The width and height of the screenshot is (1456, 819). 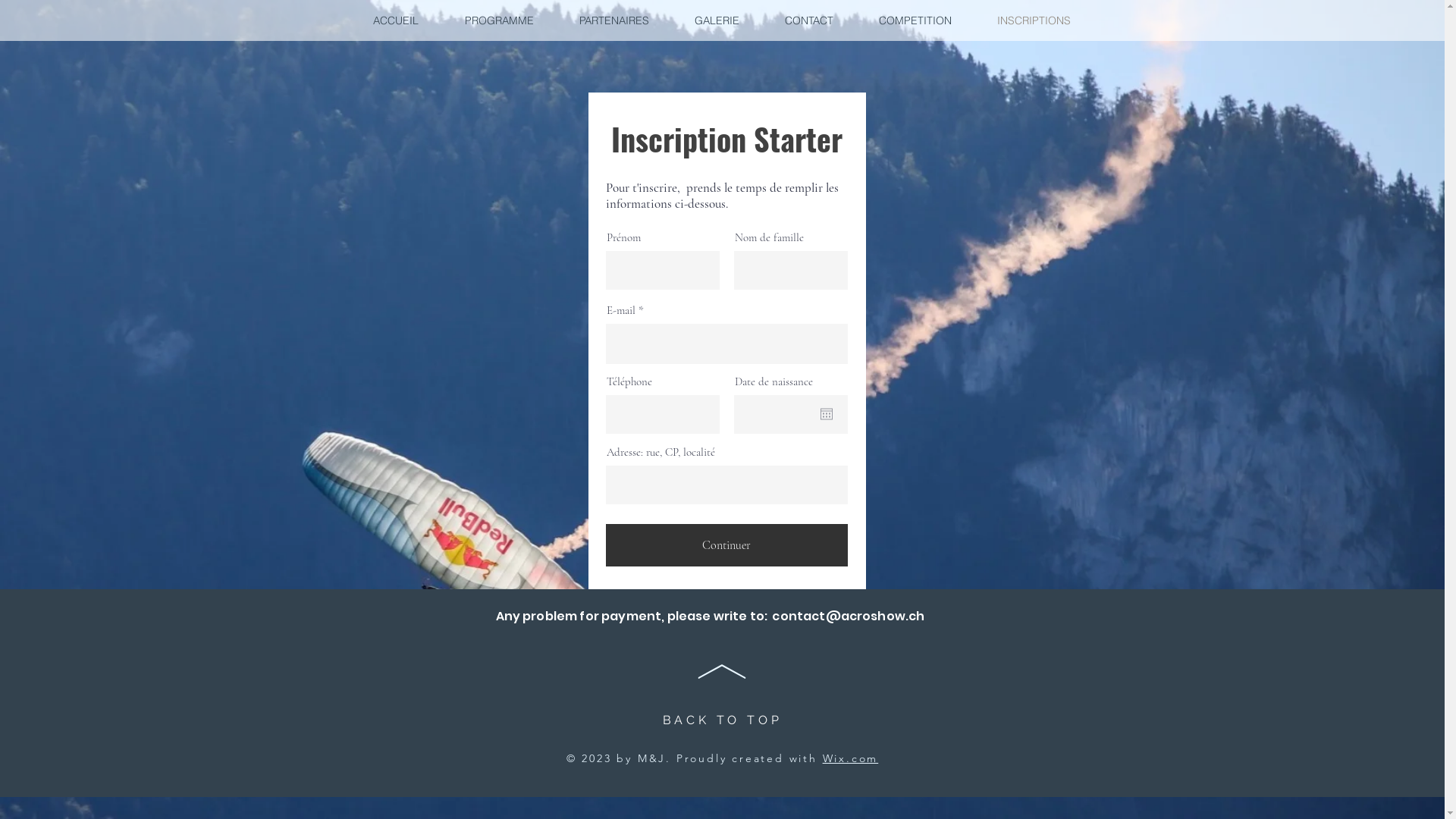 What do you see at coordinates (807, 20) in the screenshot?
I see `'CONTACT'` at bounding box center [807, 20].